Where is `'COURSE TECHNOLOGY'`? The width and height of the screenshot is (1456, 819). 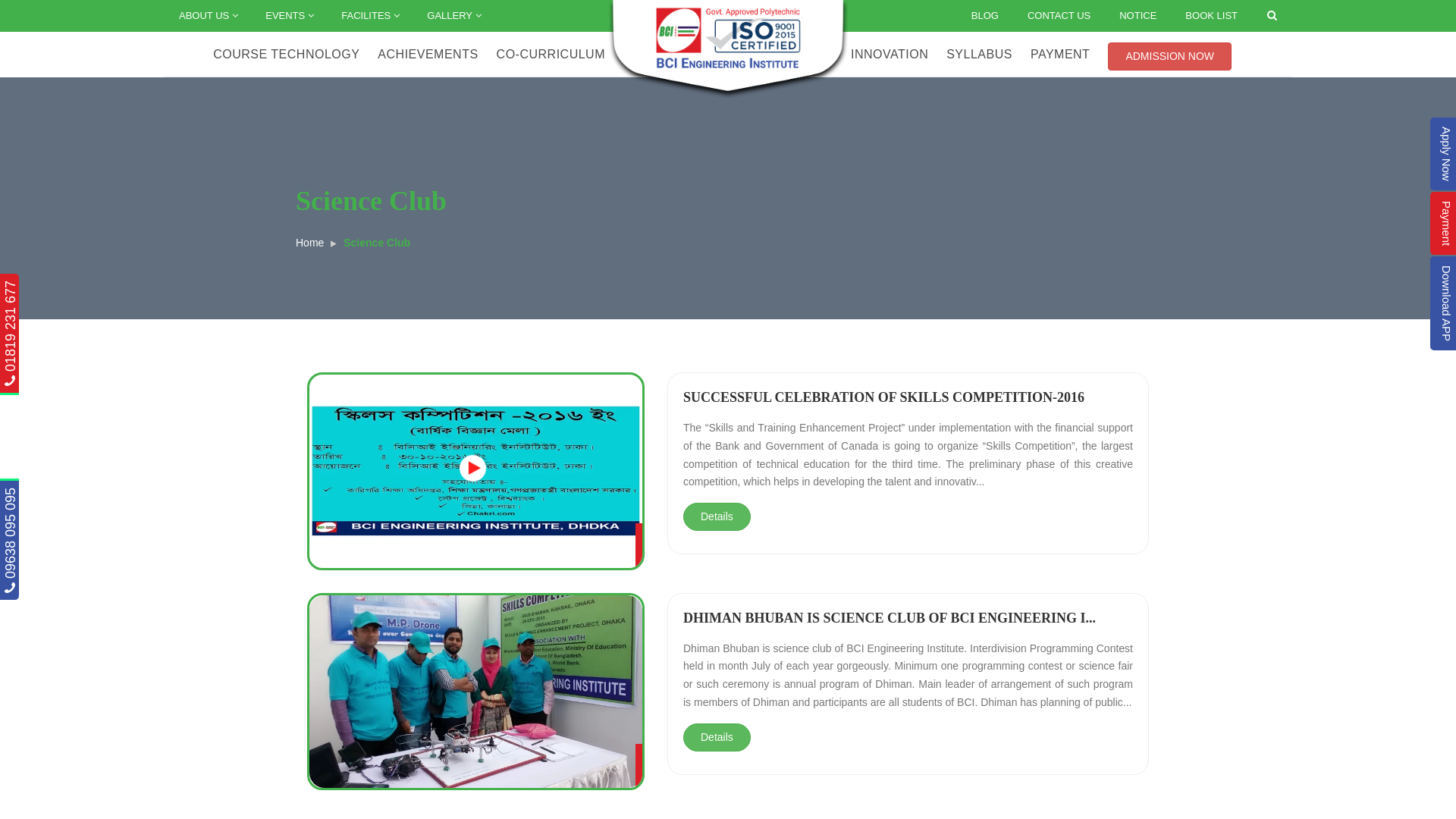
'COURSE TECHNOLOGY' is located at coordinates (212, 55).